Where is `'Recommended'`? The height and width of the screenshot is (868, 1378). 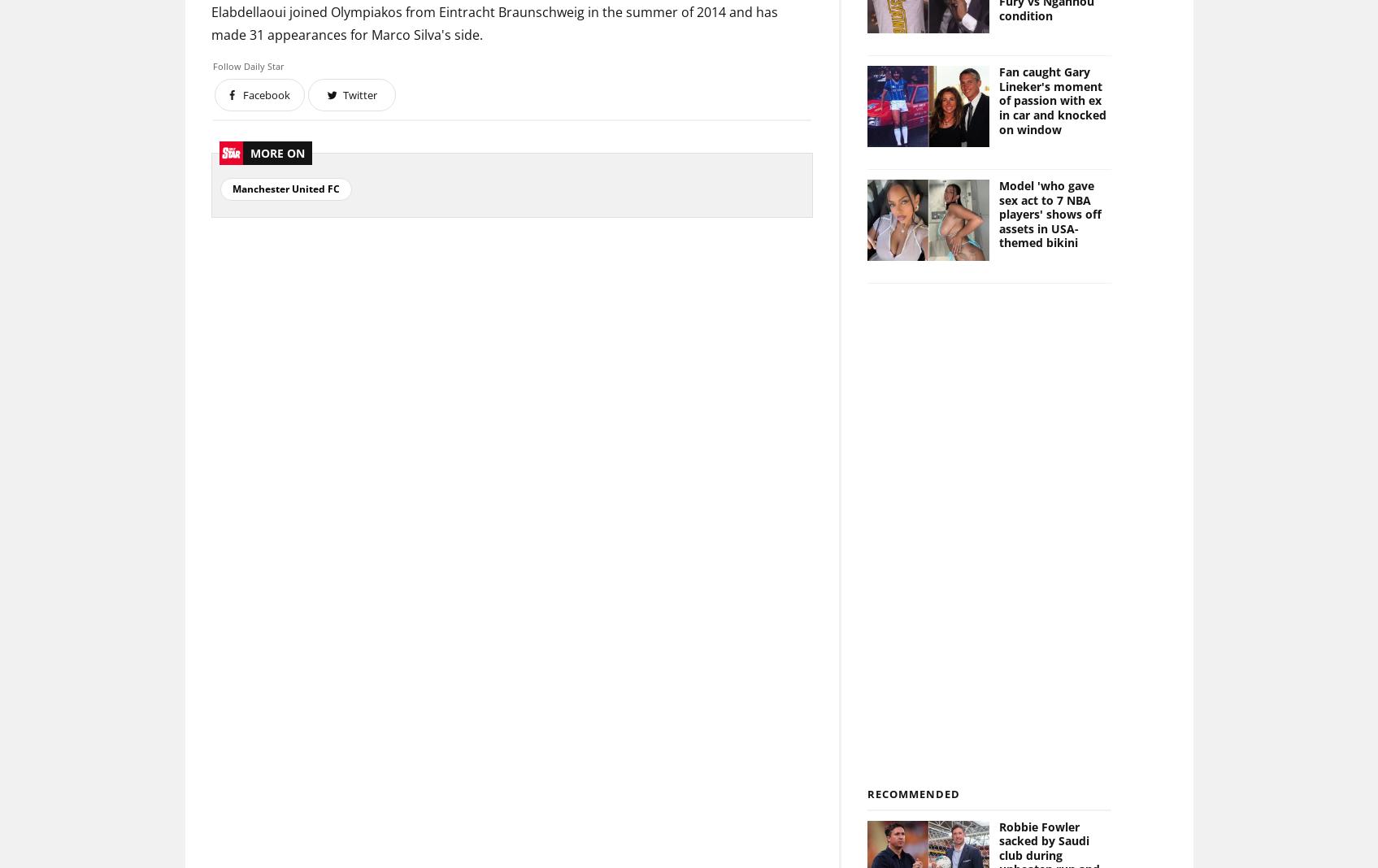
'Recommended' is located at coordinates (912, 793).